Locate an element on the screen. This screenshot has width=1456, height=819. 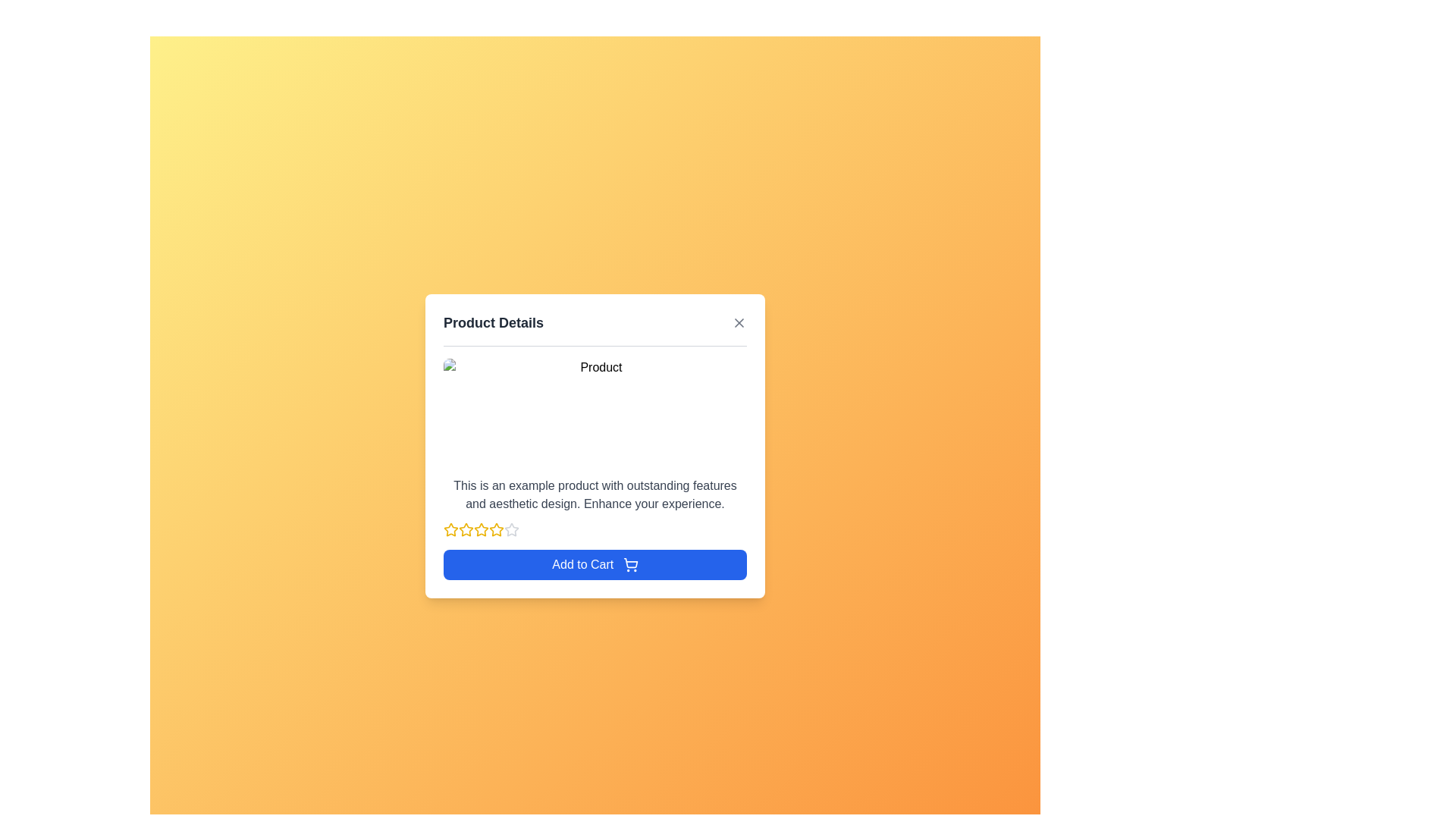
the second star icon in the user rating system is located at coordinates (465, 529).